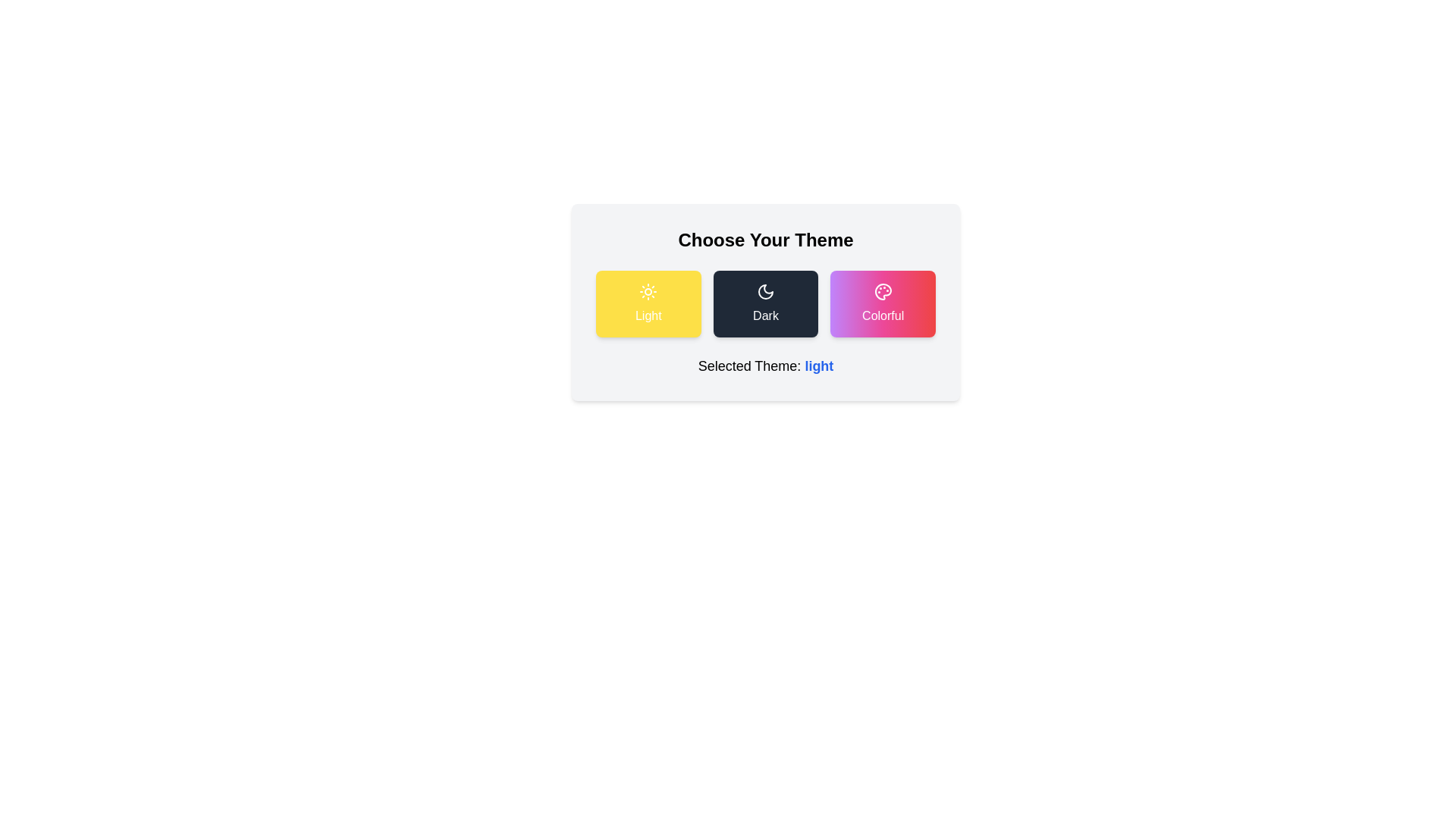 The width and height of the screenshot is (1456, 819). I want to click on the Dark theme by clicking the corresponding button, so click(764, 304).